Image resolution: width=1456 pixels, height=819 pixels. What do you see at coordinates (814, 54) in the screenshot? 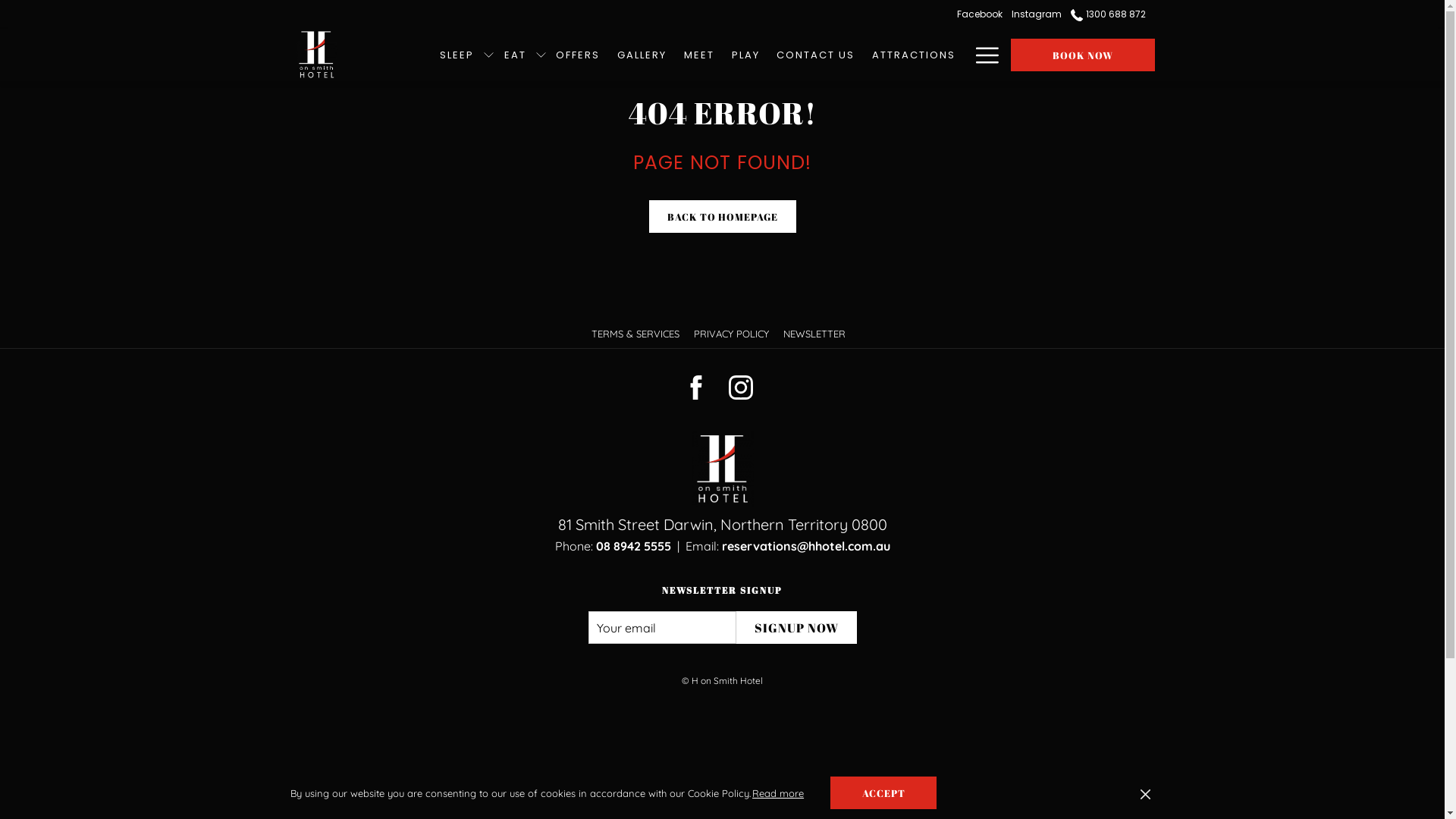
I see `'CONTACT US'` at bounding box center [814, 54].